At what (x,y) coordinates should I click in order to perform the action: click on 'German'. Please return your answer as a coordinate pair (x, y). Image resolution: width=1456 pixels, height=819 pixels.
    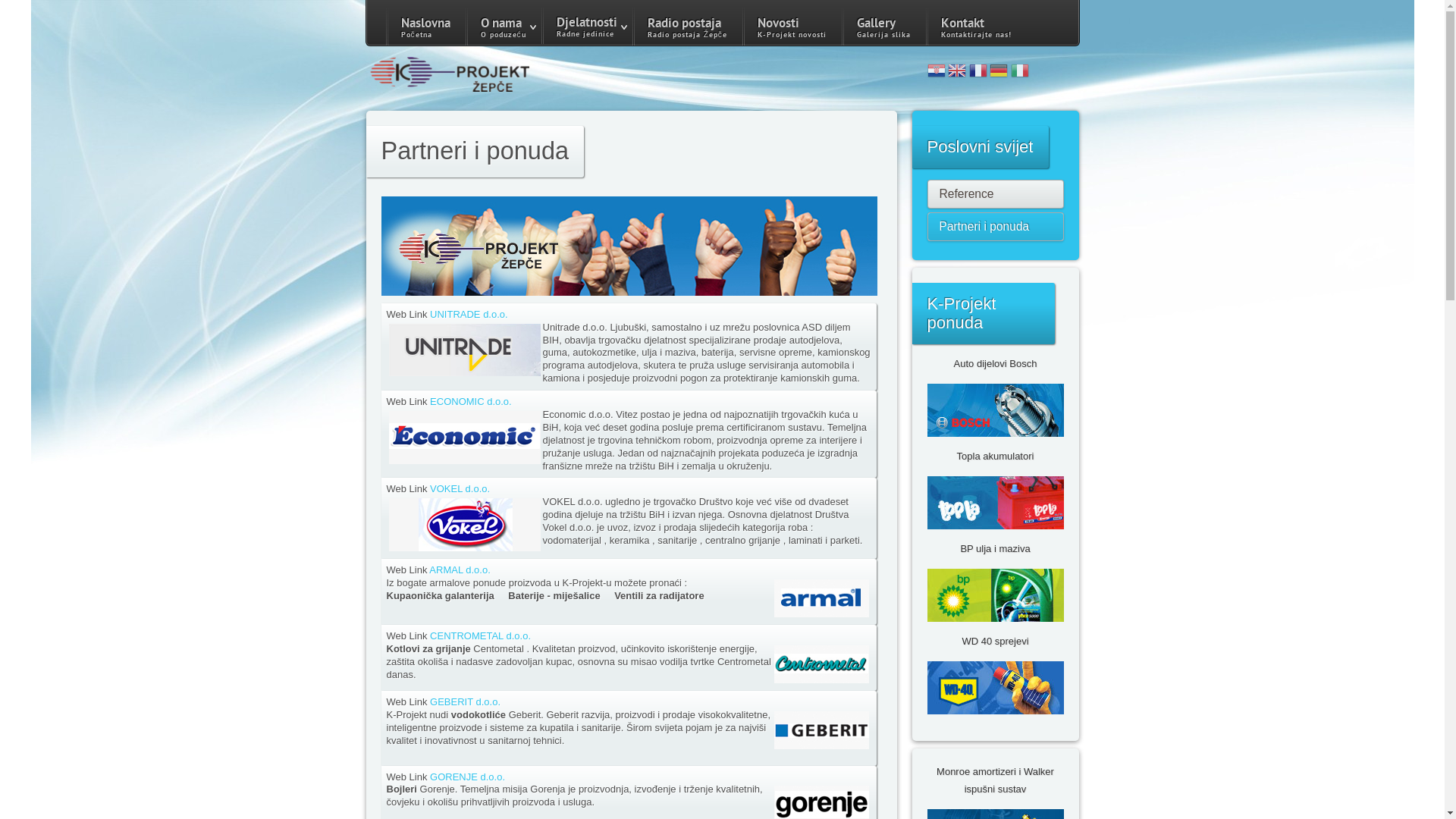
    Looking at the image, I should click on (998, 72).